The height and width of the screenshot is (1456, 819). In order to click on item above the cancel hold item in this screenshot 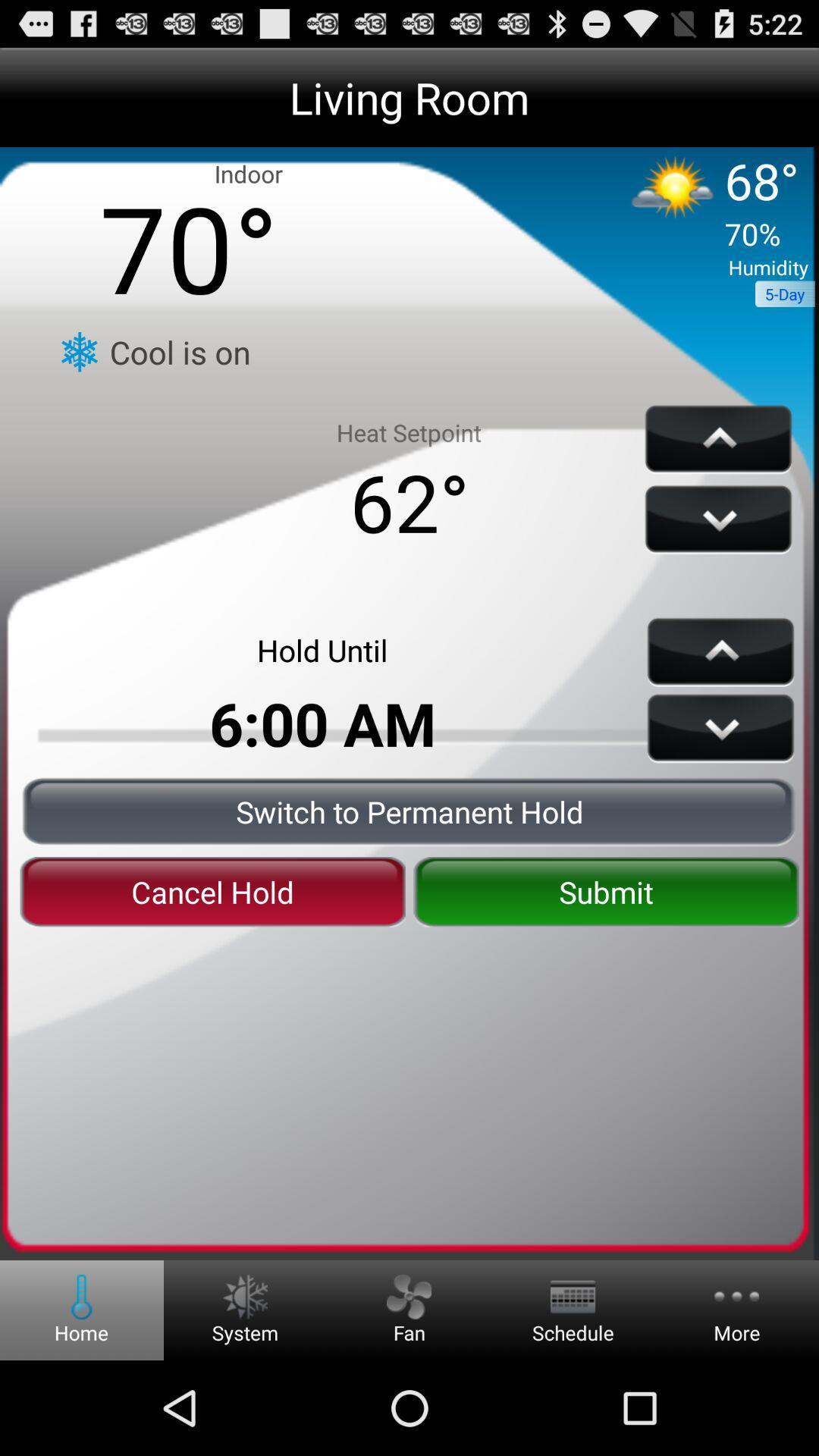, I will do `click(409, 811)`.